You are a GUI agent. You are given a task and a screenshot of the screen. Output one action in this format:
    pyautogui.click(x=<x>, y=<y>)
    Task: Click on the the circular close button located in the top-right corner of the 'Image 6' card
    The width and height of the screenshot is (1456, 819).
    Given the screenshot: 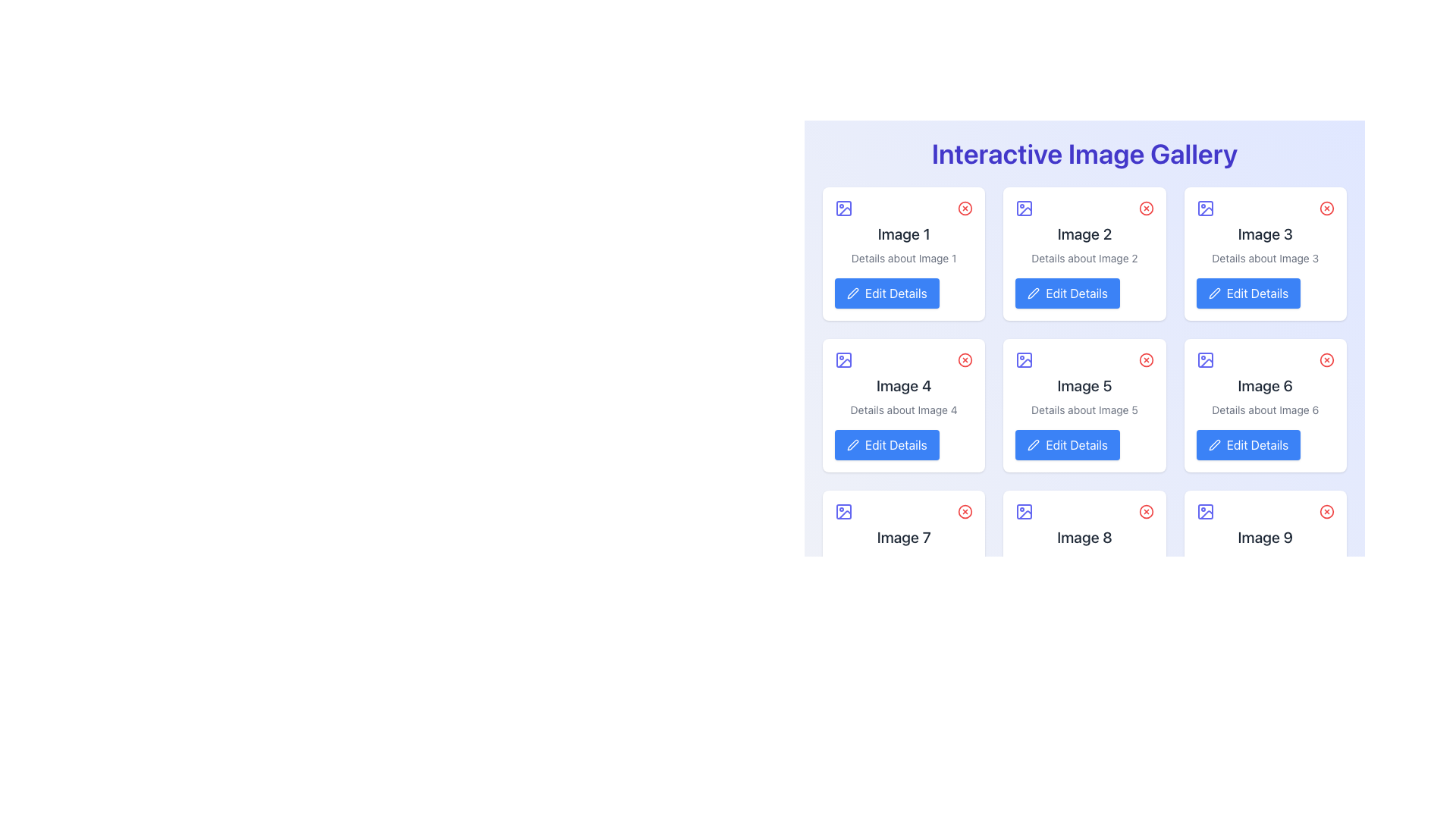 What is the action you would take?
    pyautogui.click(x=1326, y=359)
    